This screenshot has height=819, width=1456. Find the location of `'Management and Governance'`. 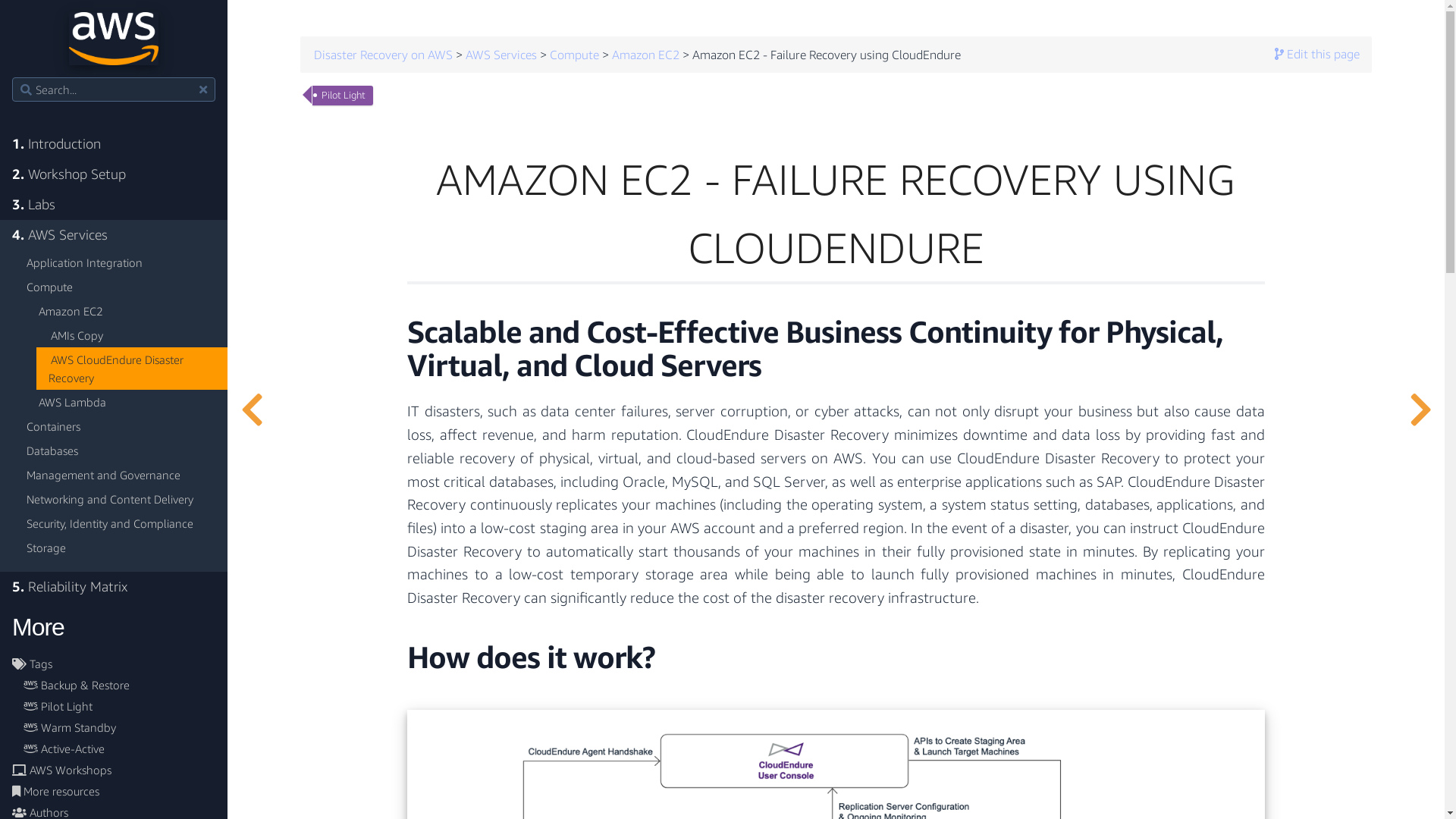

'Management and Governance' is located at coordinates (119, 473).